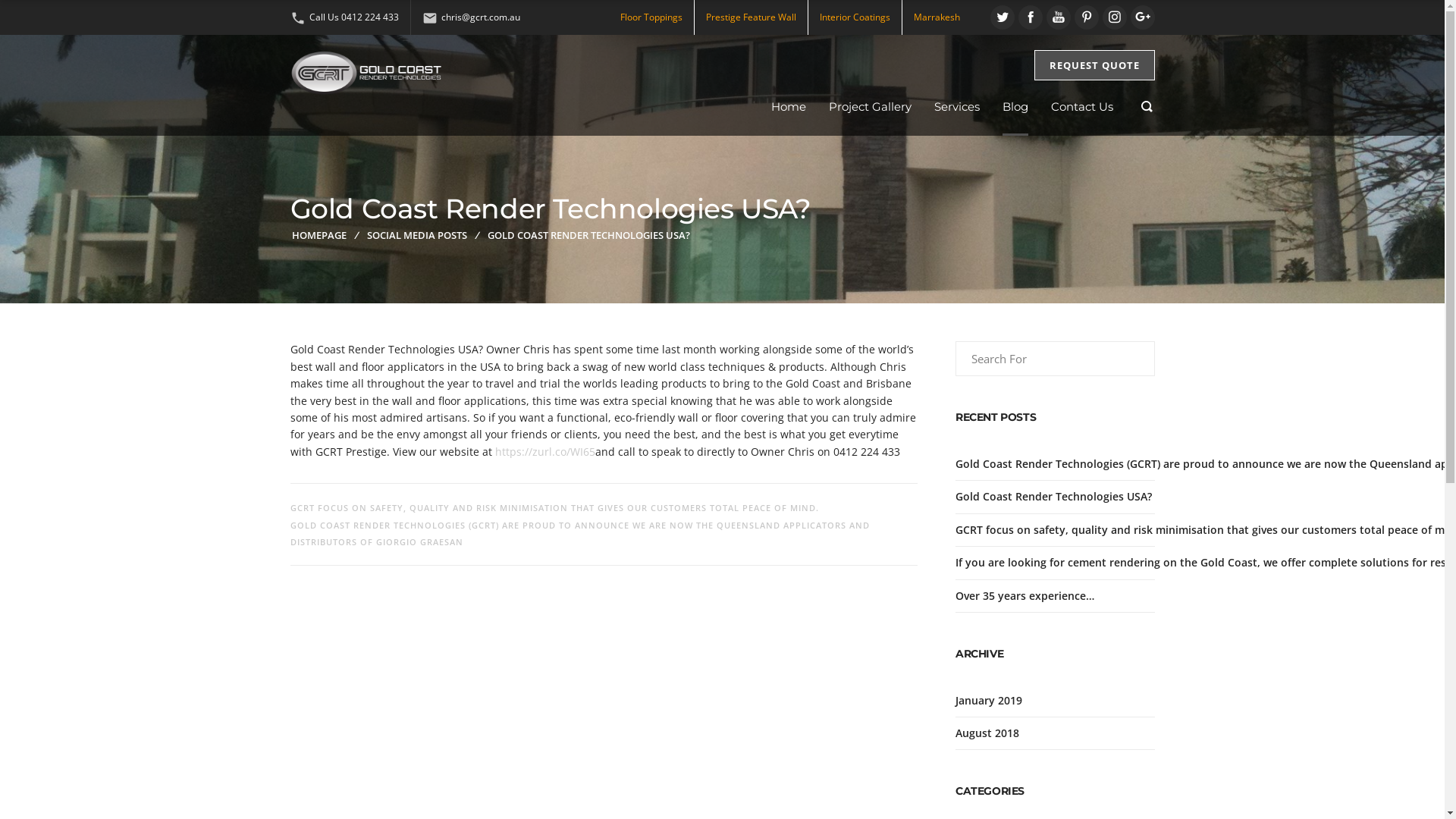 This screenshot has height=819, width=1456. What do you see at coordinates (935, 17) in the screenshot?
I see `'Marrakesh'` at bounding box center [935, 17].